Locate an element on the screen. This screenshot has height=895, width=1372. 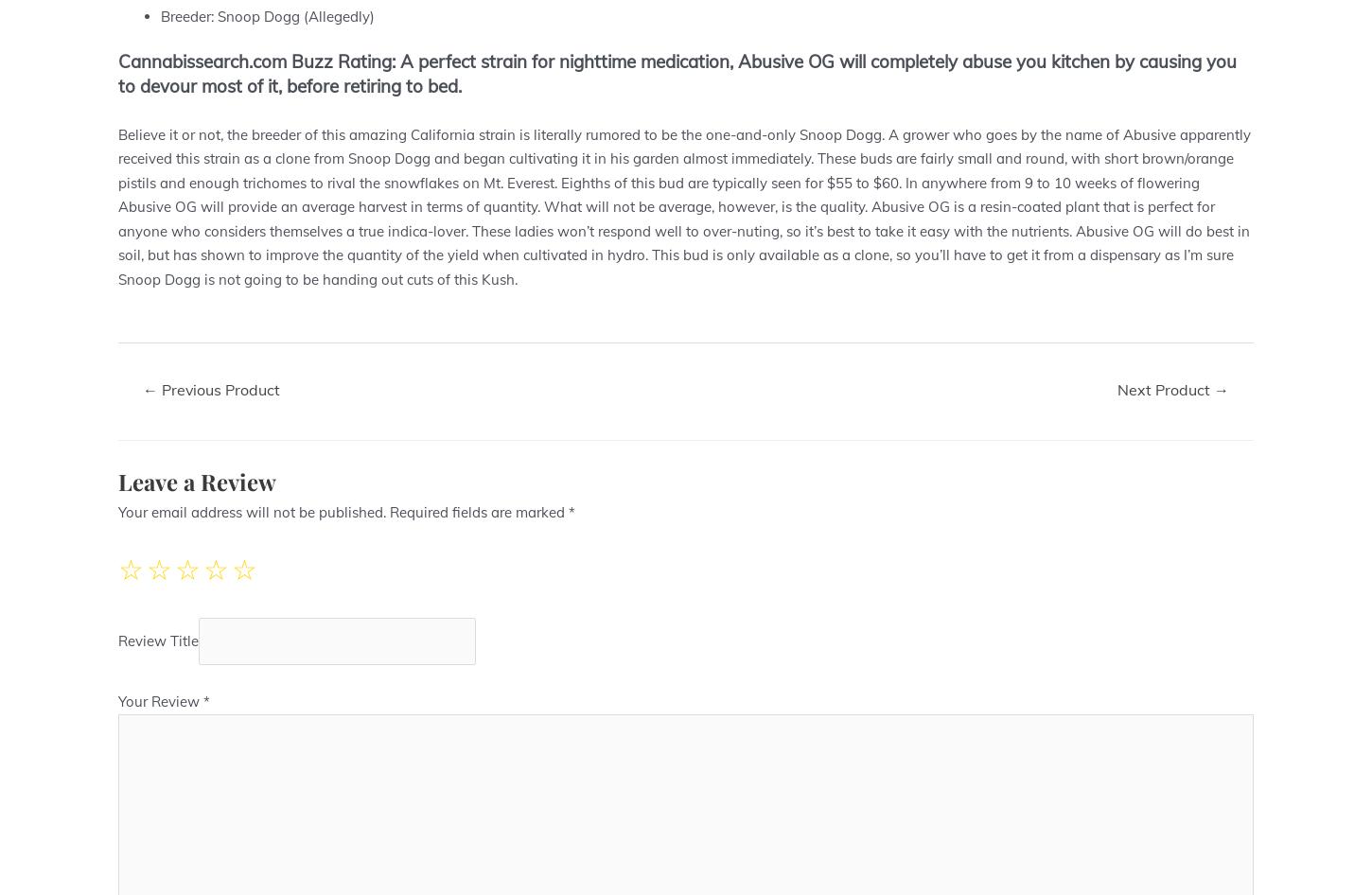
'Cannabissearch.com Buzz Rating: A perfect strain for nighttime medication, Abusive OG will completely abuse you kitchen by causing you to devour most of it, before retiring to bed.' is located at coordinates (677, 73).